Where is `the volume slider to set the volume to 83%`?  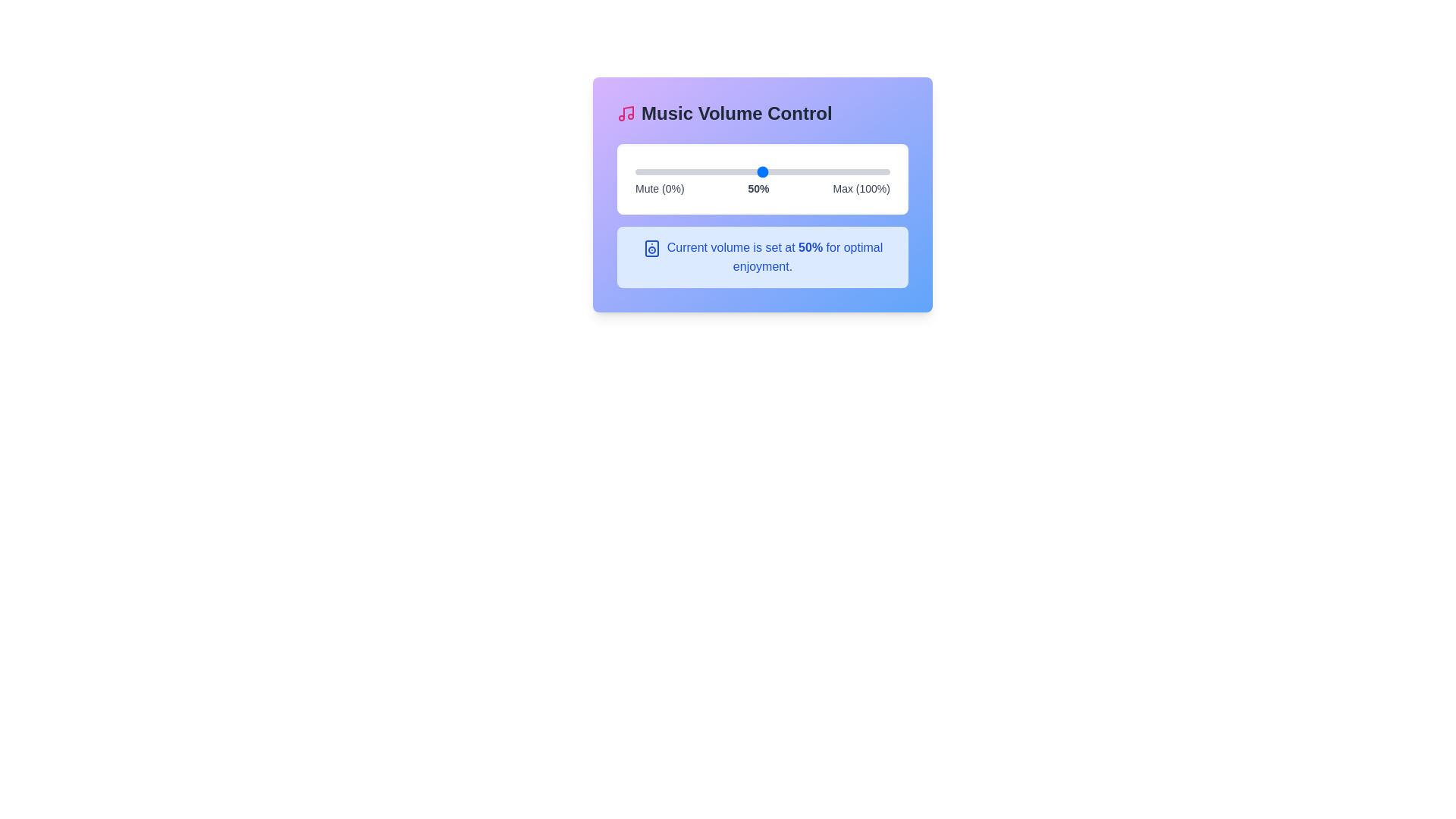 the volume slider to set the volume to 83% is located at coordinates (846, 171).